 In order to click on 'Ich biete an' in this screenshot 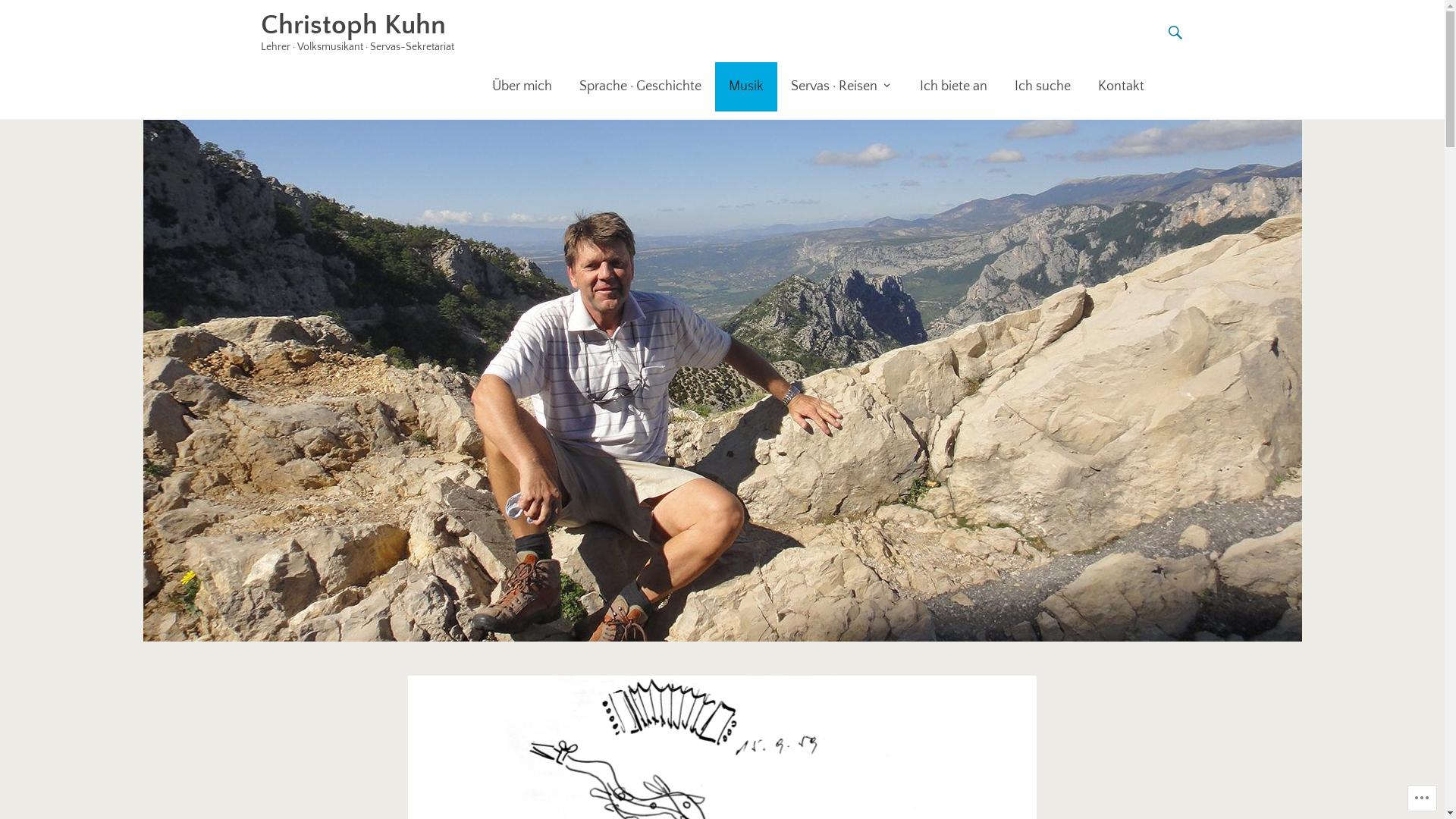, I will do `click(952, 86)`.